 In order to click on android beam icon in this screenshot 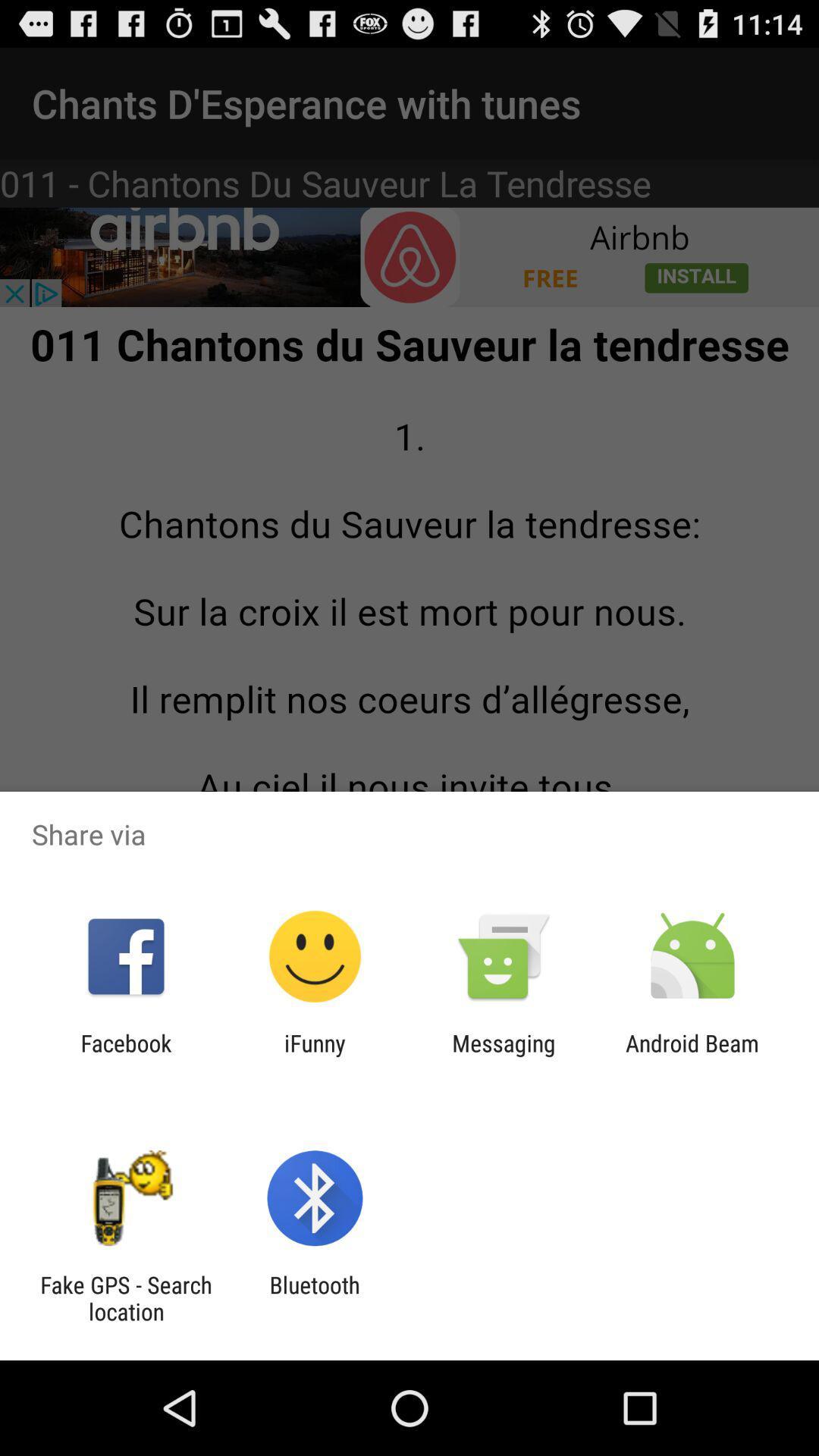, I will do `click(692, 1056)`.